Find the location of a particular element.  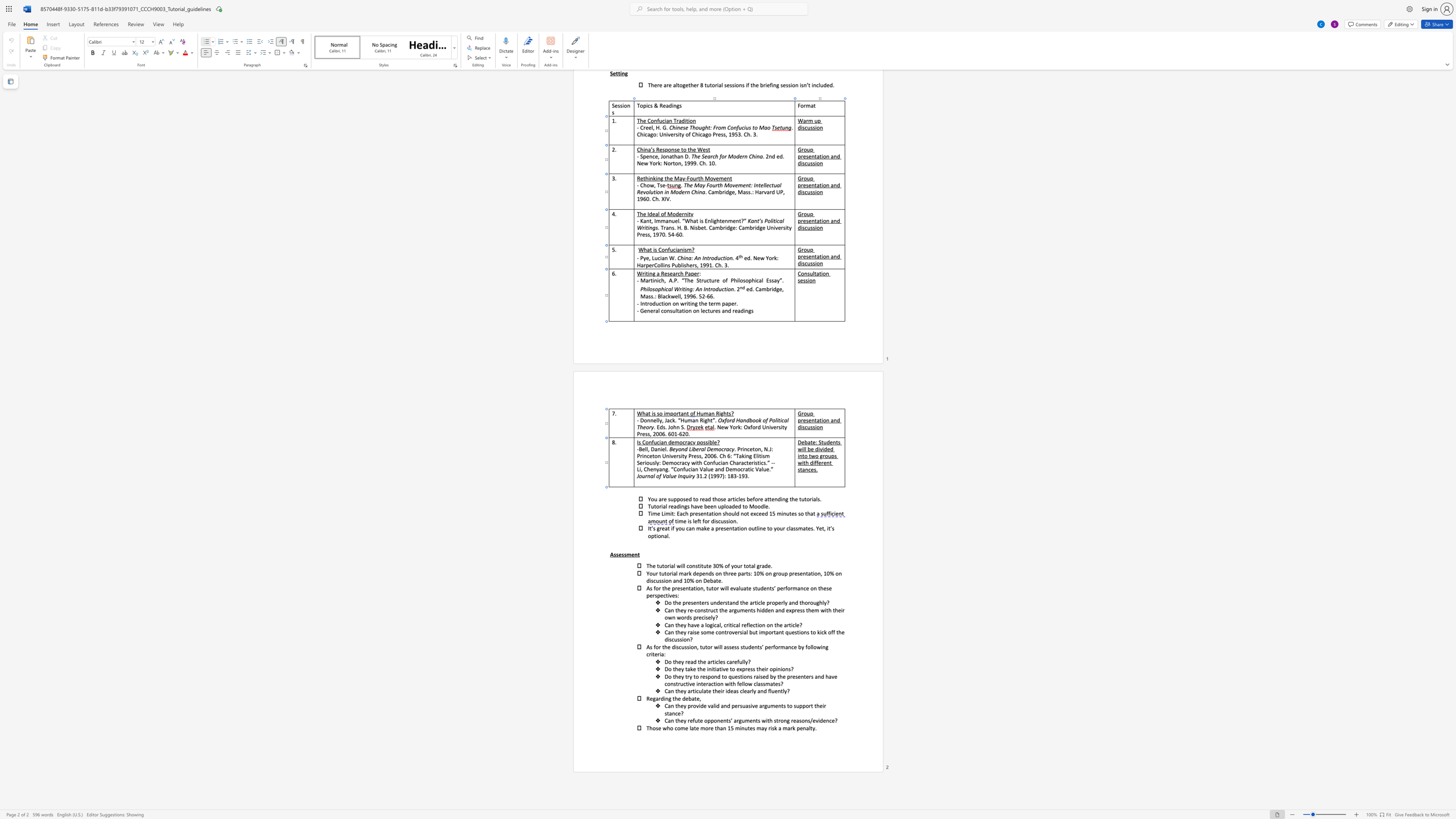

the 1th character "e" in the text is located at coordinates (682, 720).